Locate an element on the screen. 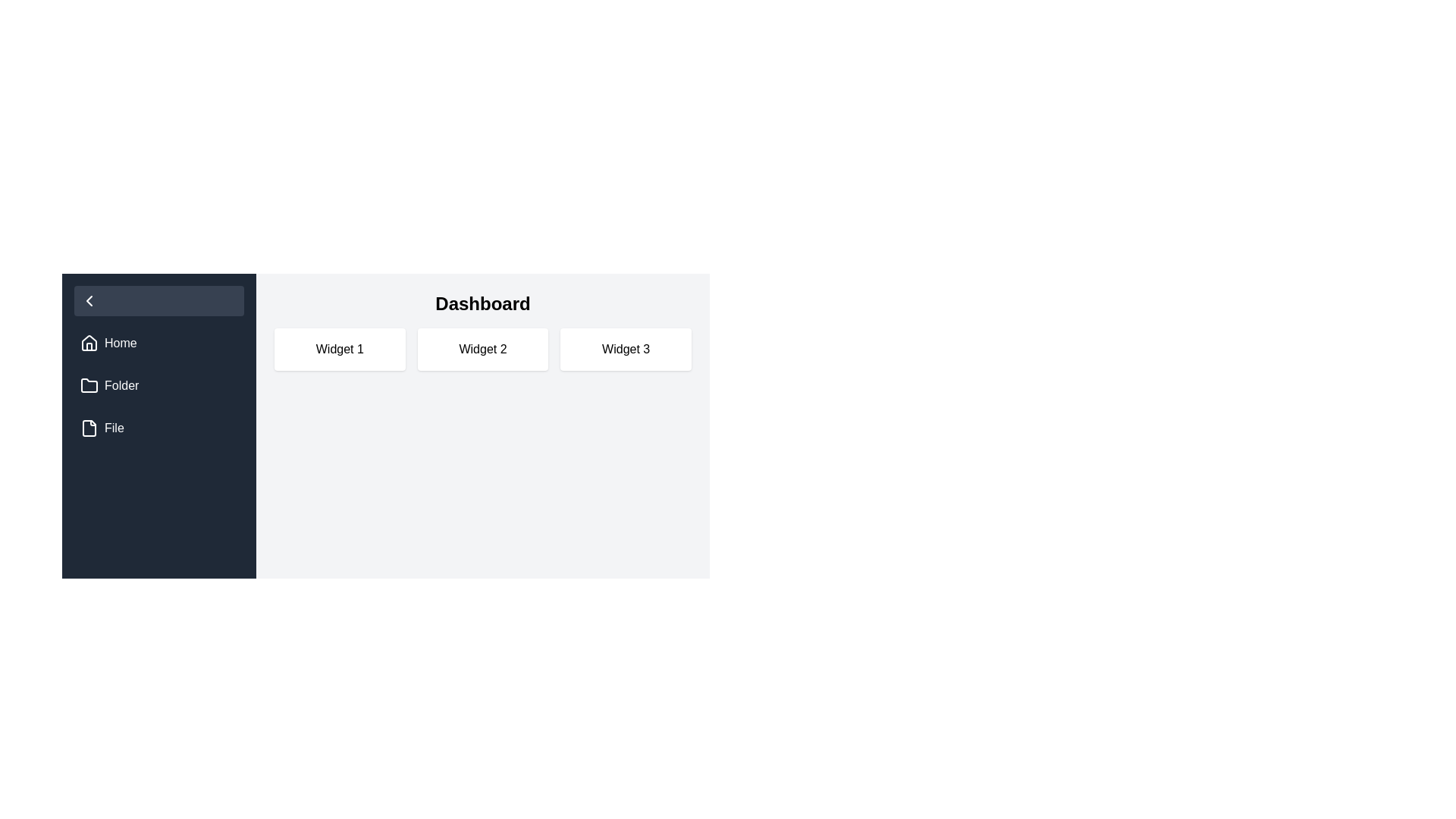  the 'Folder' text label in the sidebar, which identifies the 'Folder' menu item positioned below 'Home' and above 'File' is located at coordinates (121, 385).